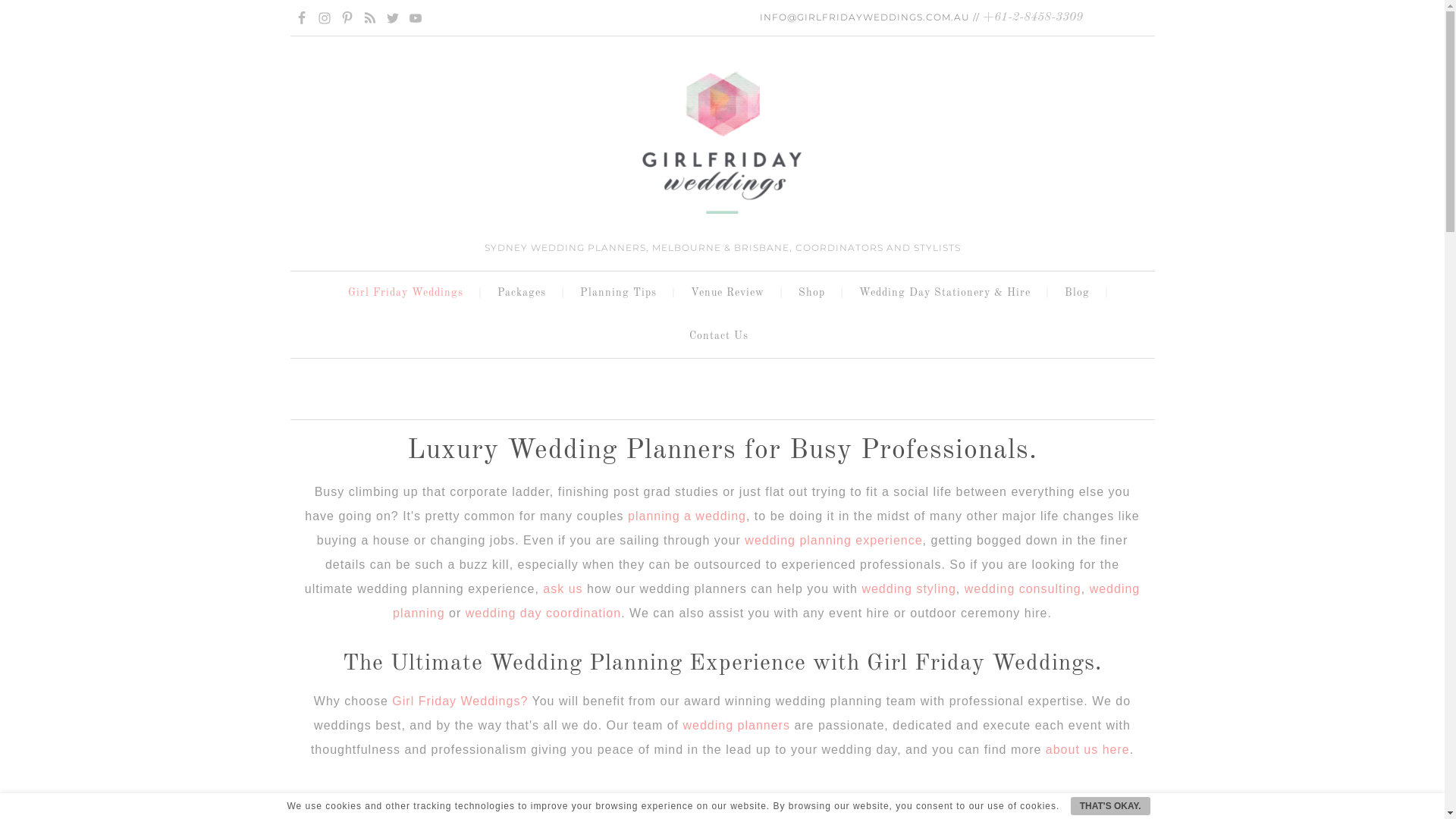  Describe the element at coordinates (524, 293) in the screenshot. I see `'Packages'` at that location.